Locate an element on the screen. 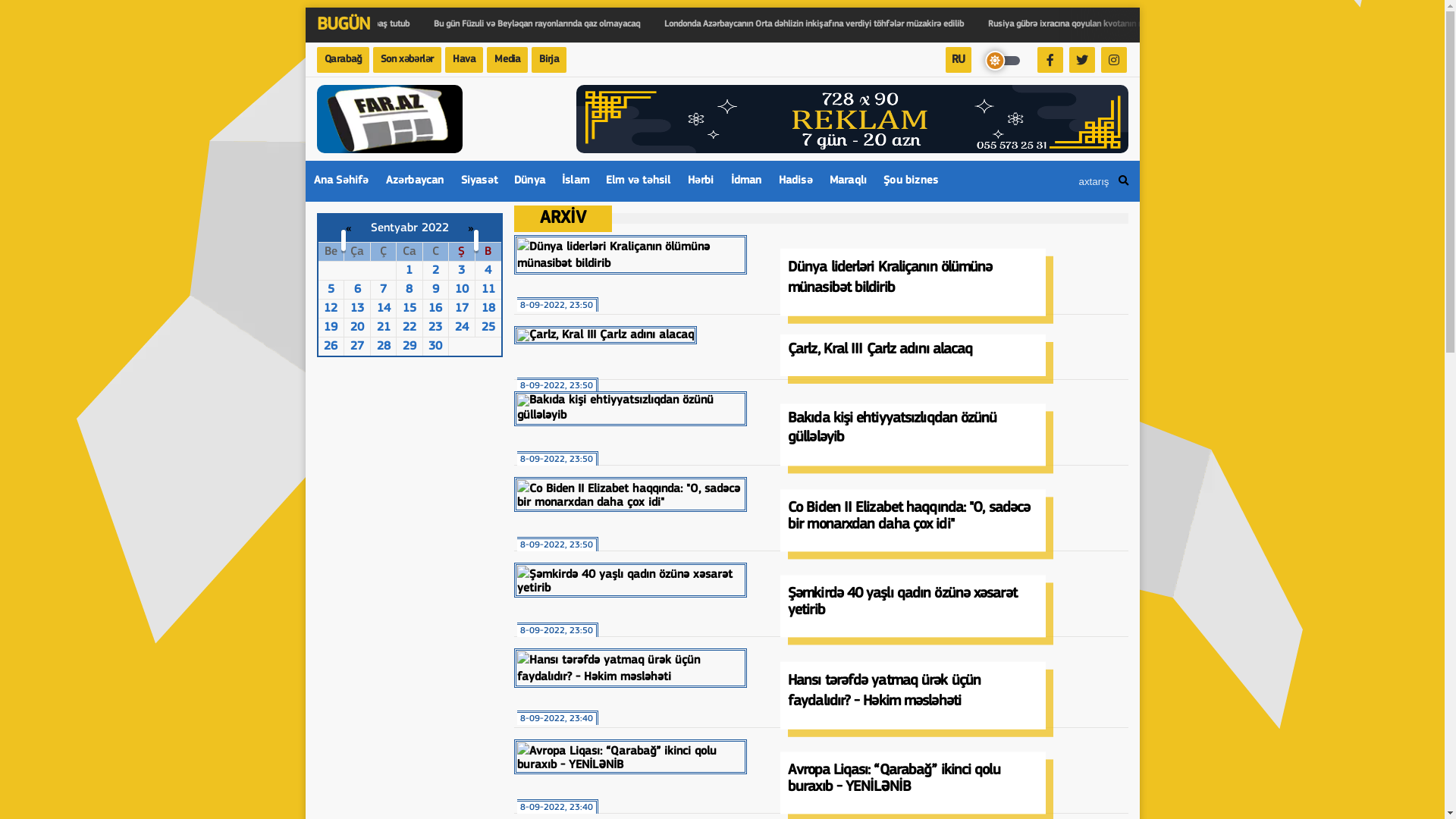  '30' is located at coordinates (435, 346).